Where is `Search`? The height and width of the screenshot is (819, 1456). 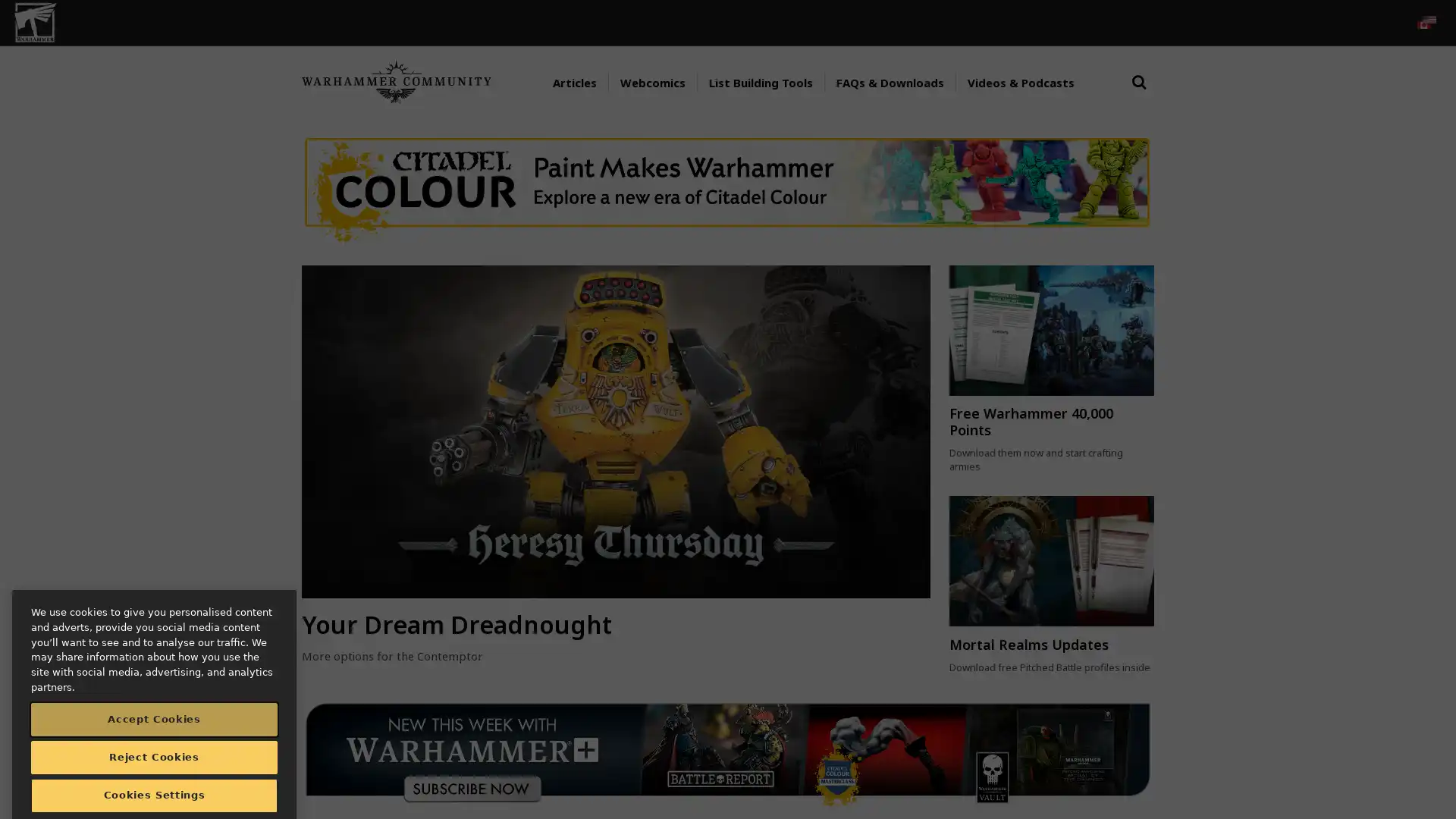
Search is located at coordinates (1139, 96).